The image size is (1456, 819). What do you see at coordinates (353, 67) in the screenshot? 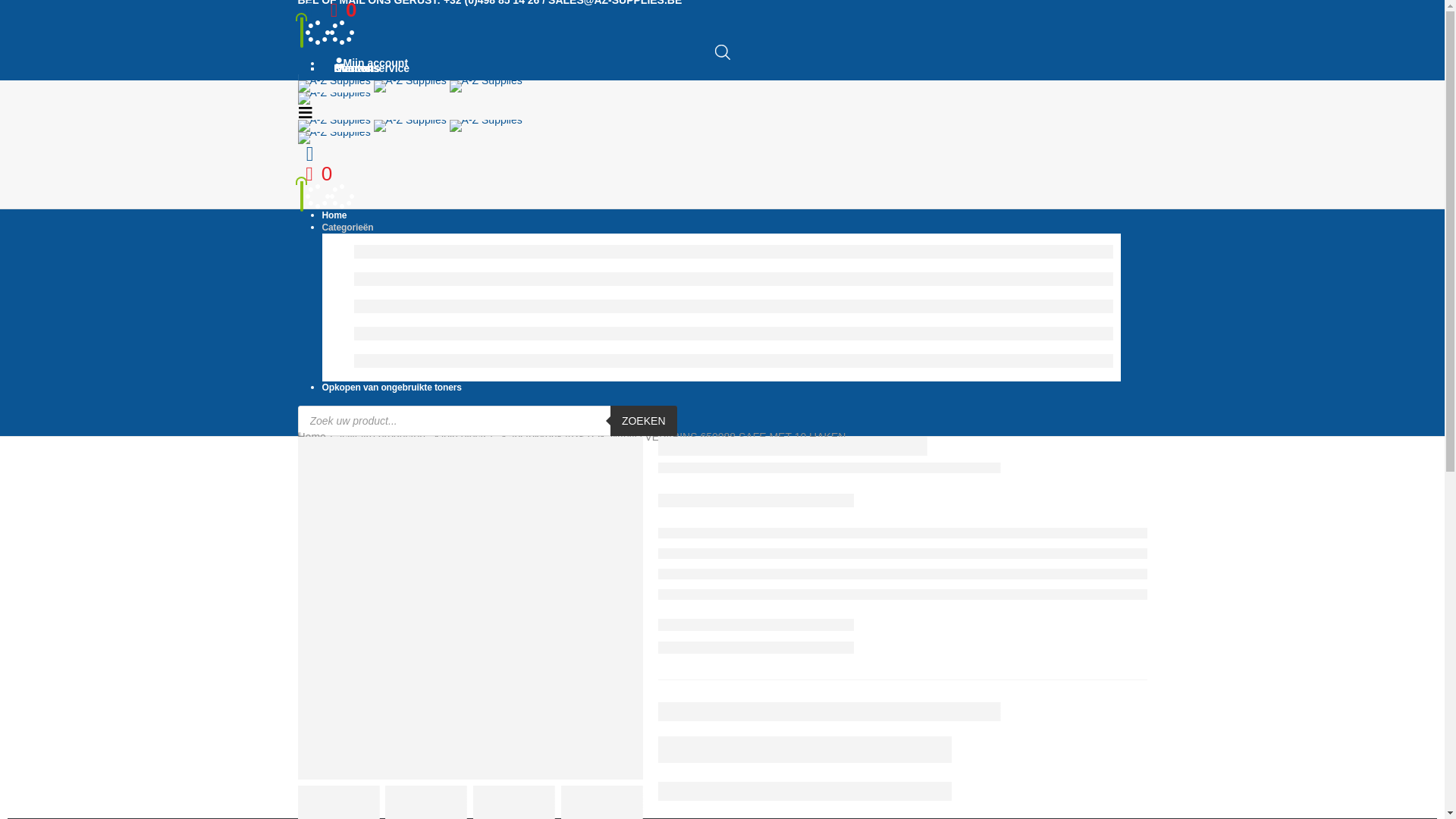
I see `'Over ons'` at bounding box center [353, 67].